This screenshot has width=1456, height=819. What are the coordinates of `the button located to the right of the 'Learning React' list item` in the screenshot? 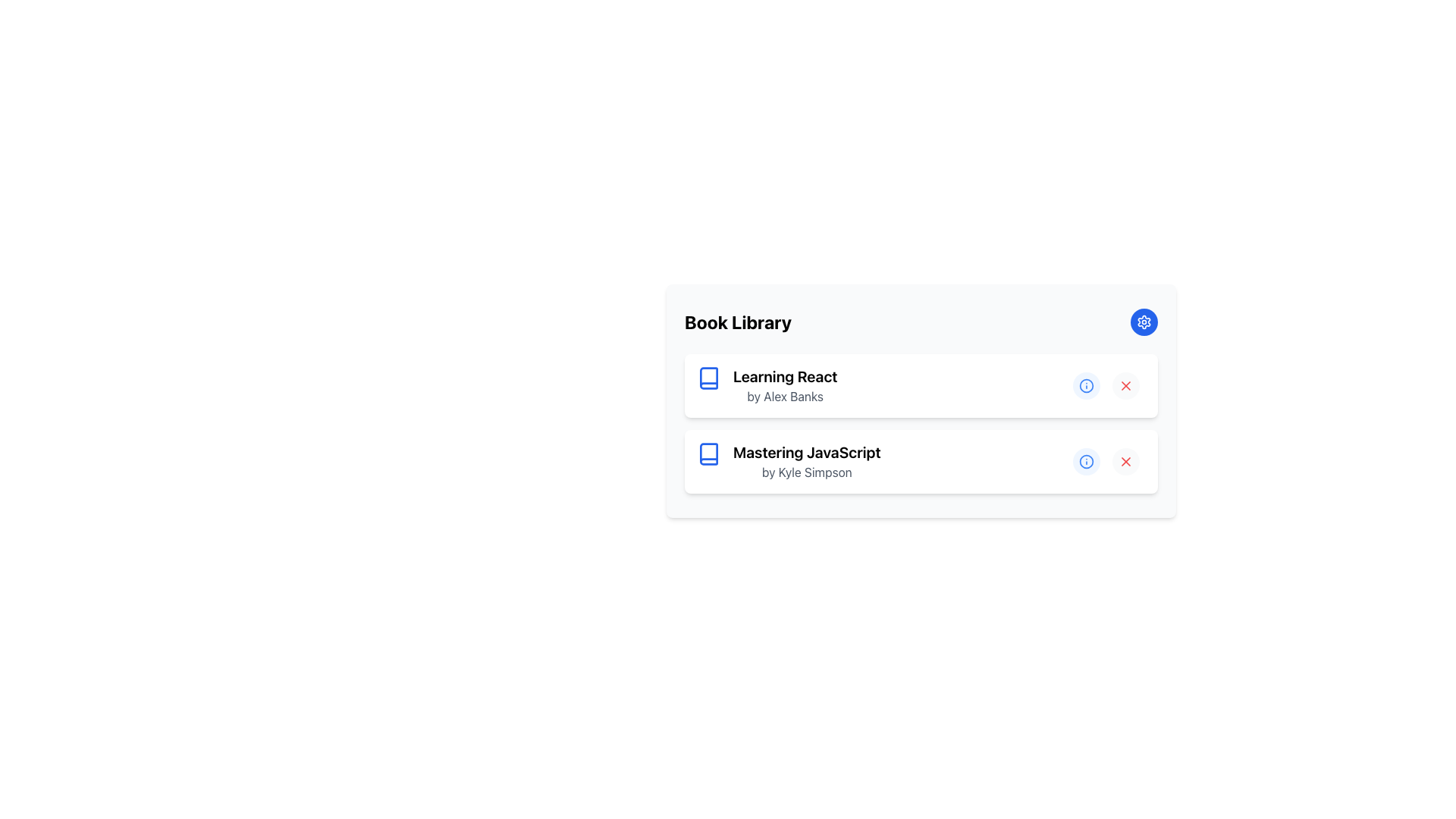 It's located at (1086, 385).